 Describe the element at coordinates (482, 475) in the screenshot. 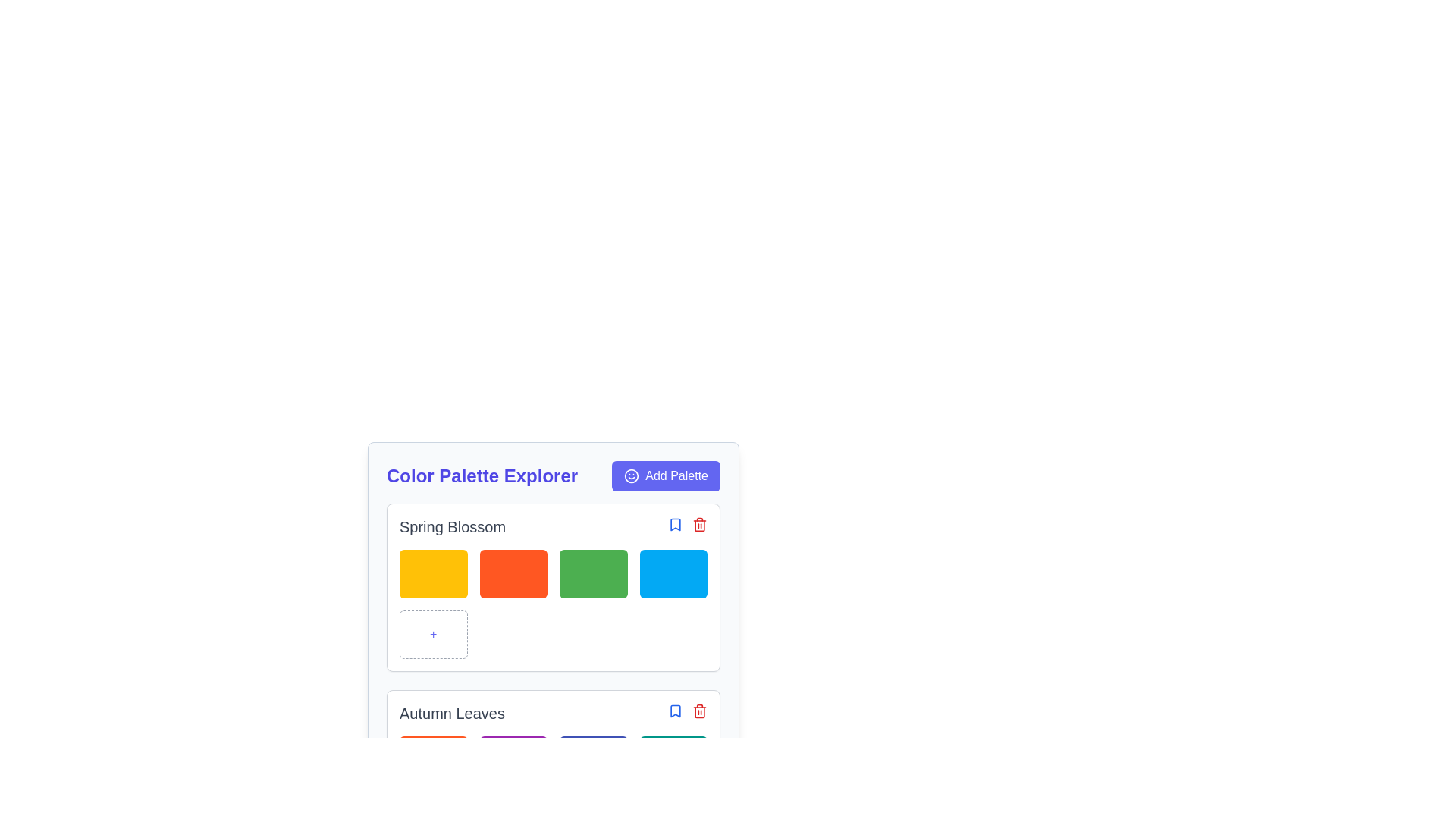

I see `the 'Color Palette Explorer' text label, which serves as a title or heading in the user interface` at that location.